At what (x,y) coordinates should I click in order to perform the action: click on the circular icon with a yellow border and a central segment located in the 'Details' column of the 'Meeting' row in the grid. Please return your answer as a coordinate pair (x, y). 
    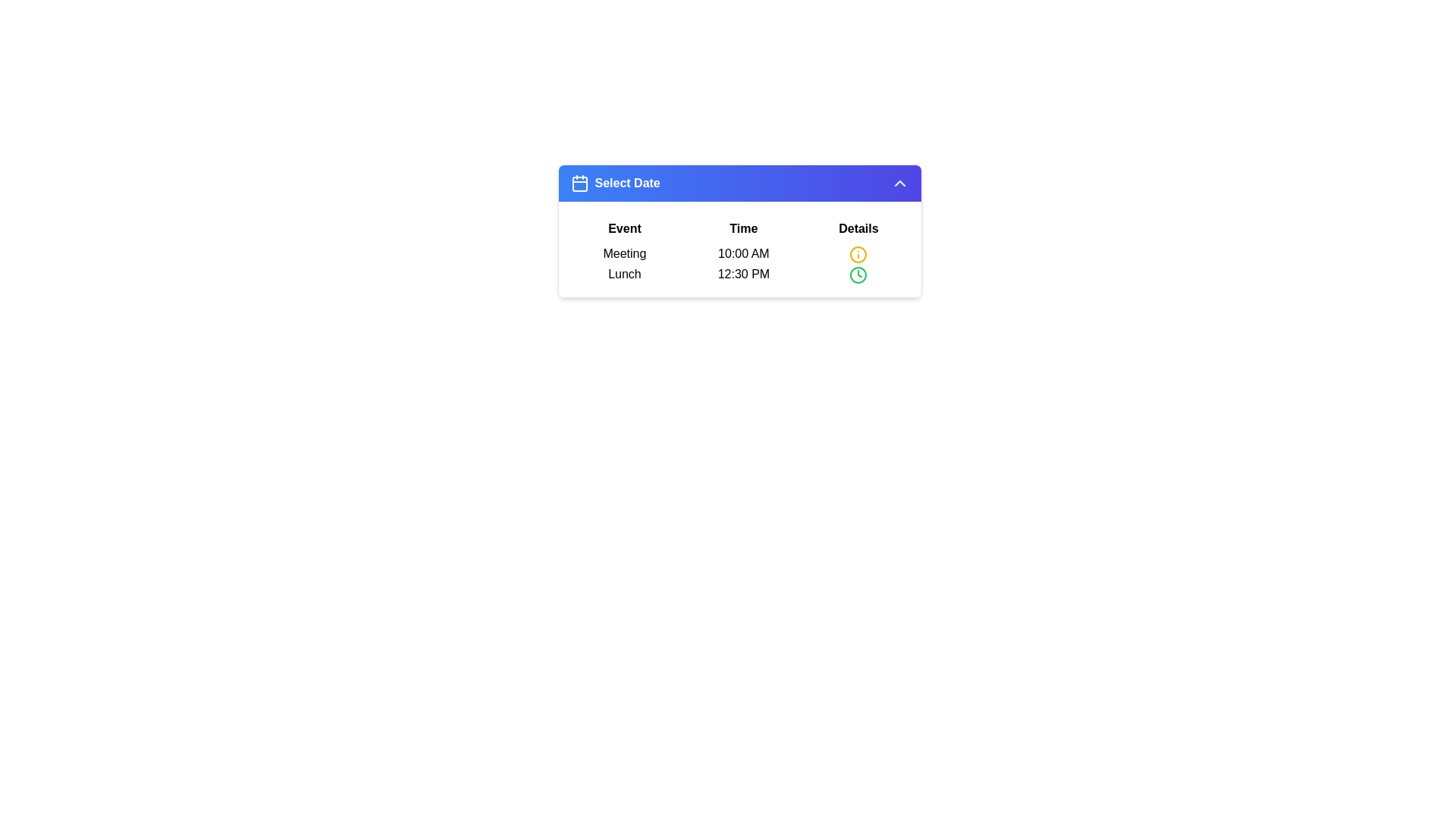
    Looking at the image, I should click on (858, 253).